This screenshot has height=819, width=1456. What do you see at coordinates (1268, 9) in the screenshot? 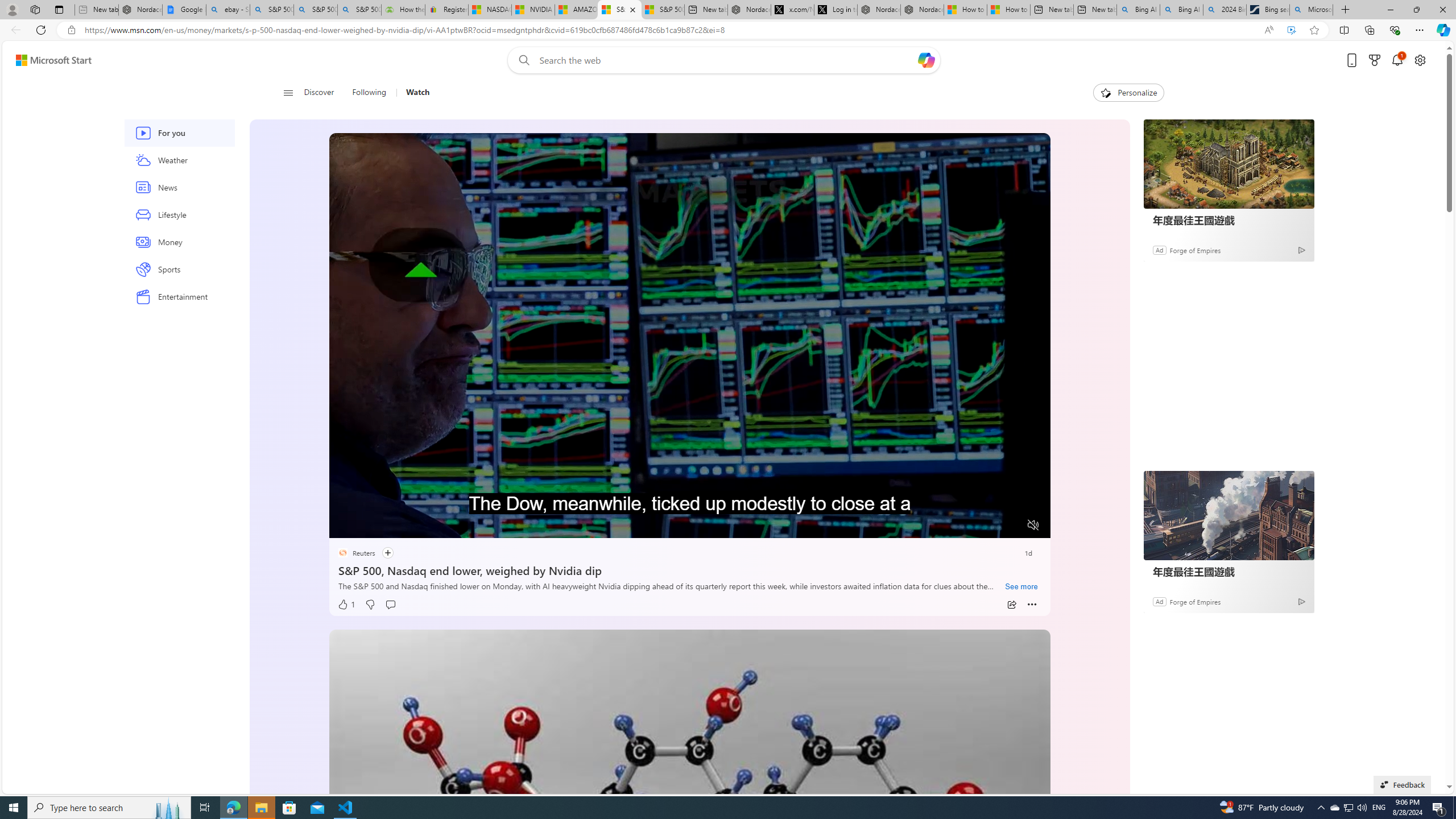
I see `'Bing search market share worldwide 2024 | Statista'` at bounding box center [1268, 9].